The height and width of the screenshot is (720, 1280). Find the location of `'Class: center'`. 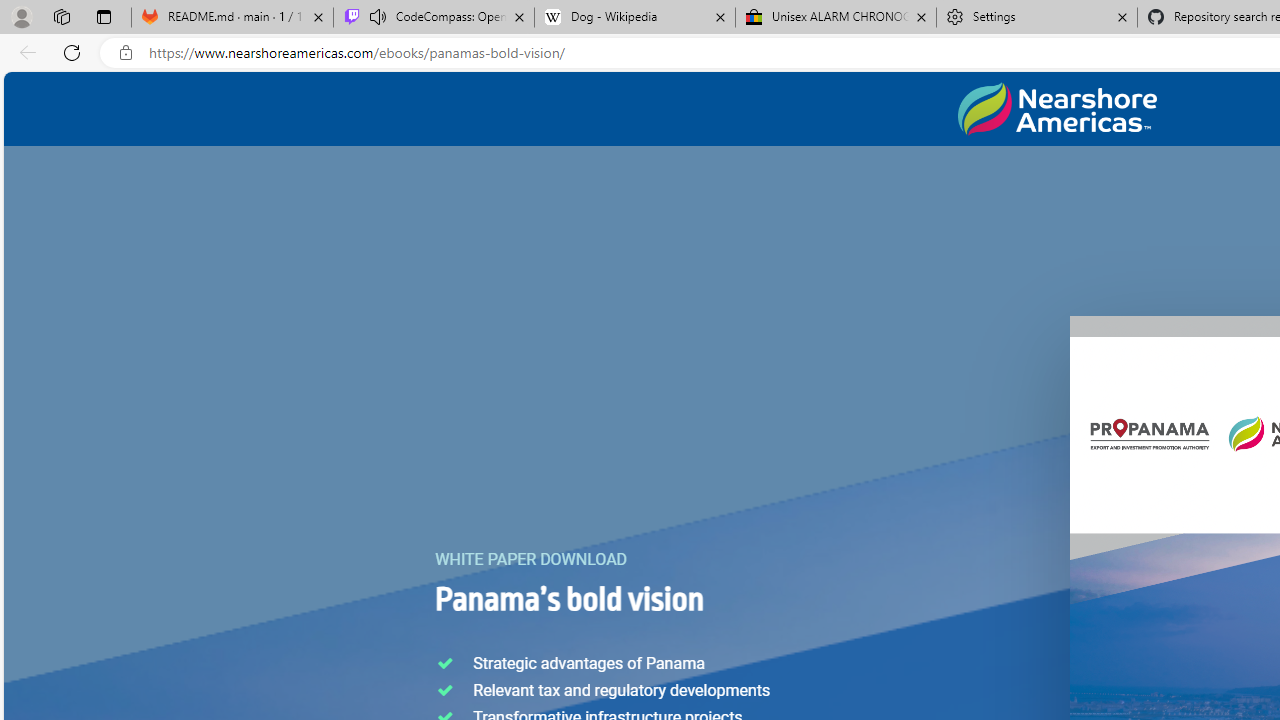

'Class: center' is located at coordinates (1056, 109).